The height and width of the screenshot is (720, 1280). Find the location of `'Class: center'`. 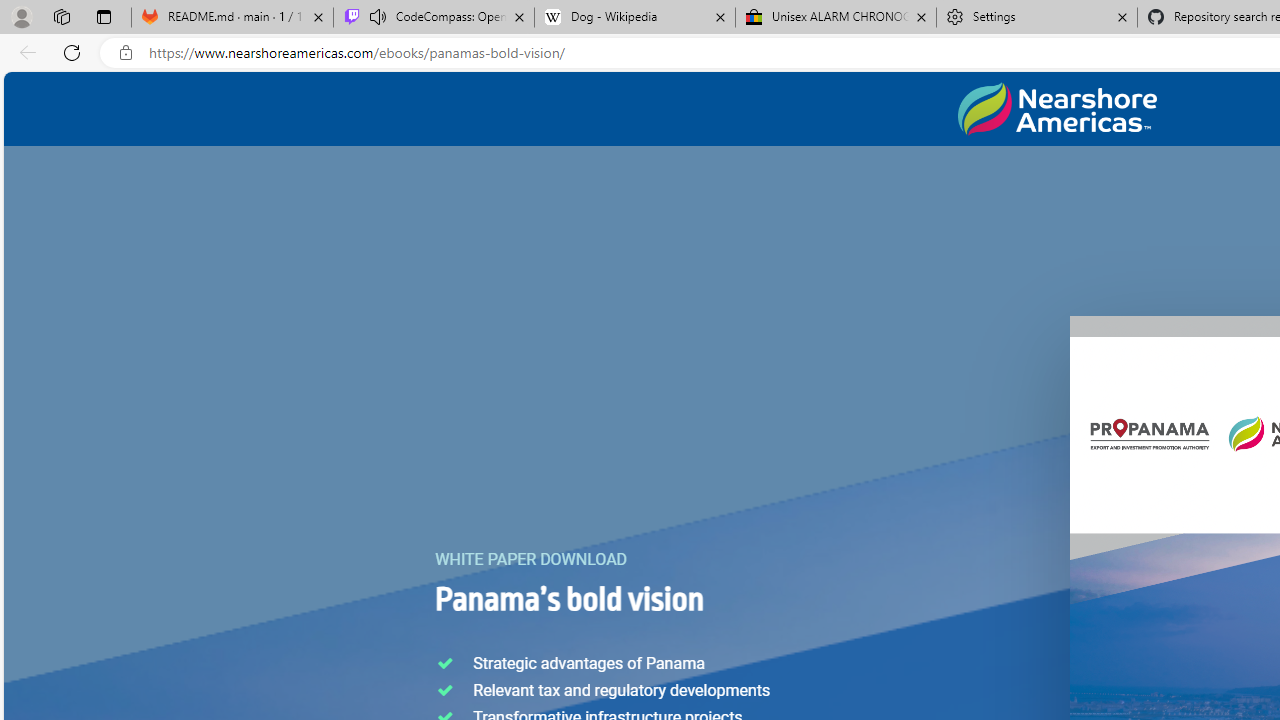

'Class: center' is located at coordinates (1056, 109).